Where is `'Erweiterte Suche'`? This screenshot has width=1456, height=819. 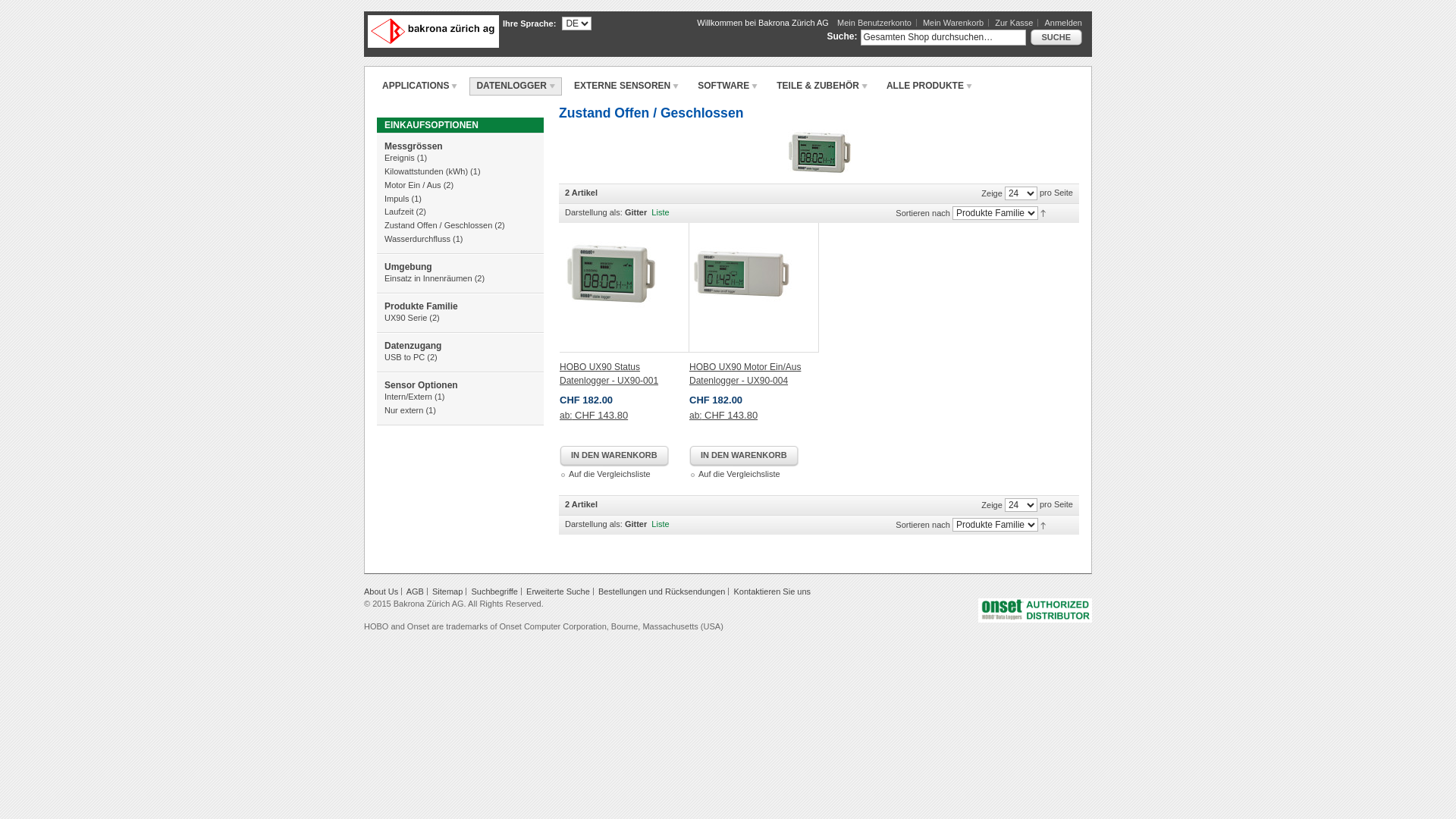
'Erweiterte Suche' is located at coordinates (557, 590).